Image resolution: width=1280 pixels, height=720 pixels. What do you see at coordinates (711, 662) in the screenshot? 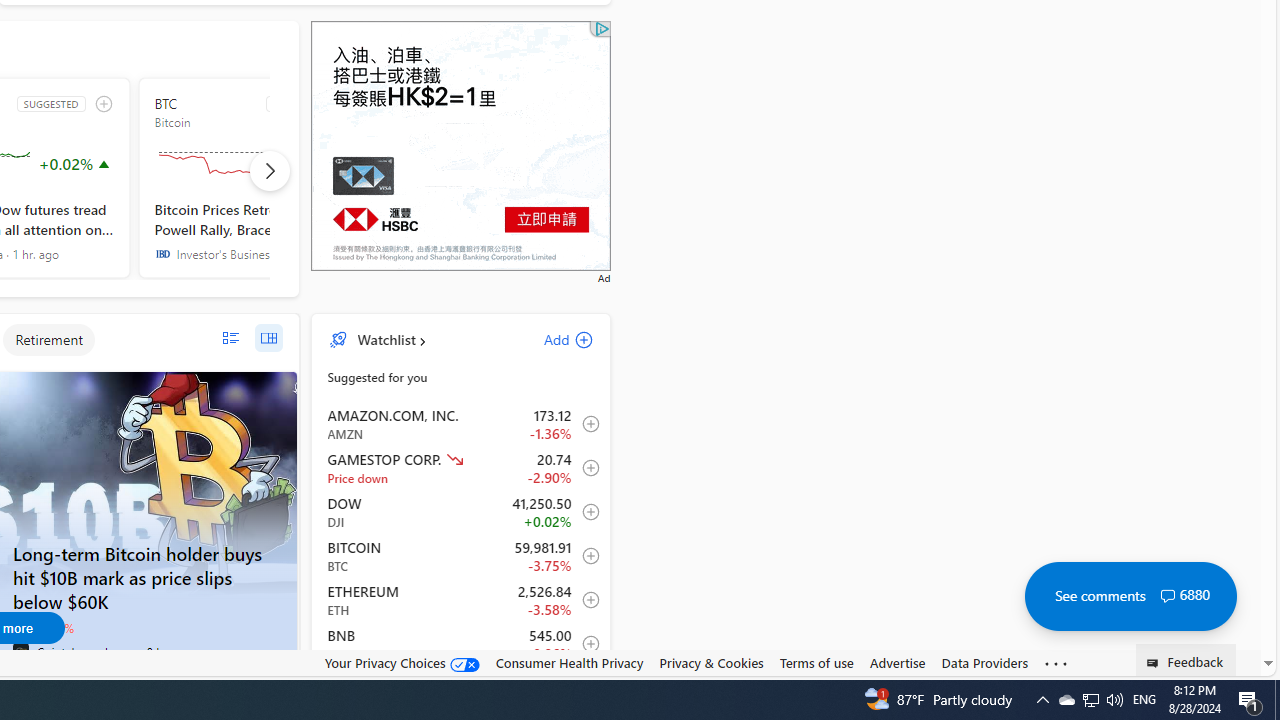
I see `'Privacy & Cookies'` at bounding box center [711, 662].